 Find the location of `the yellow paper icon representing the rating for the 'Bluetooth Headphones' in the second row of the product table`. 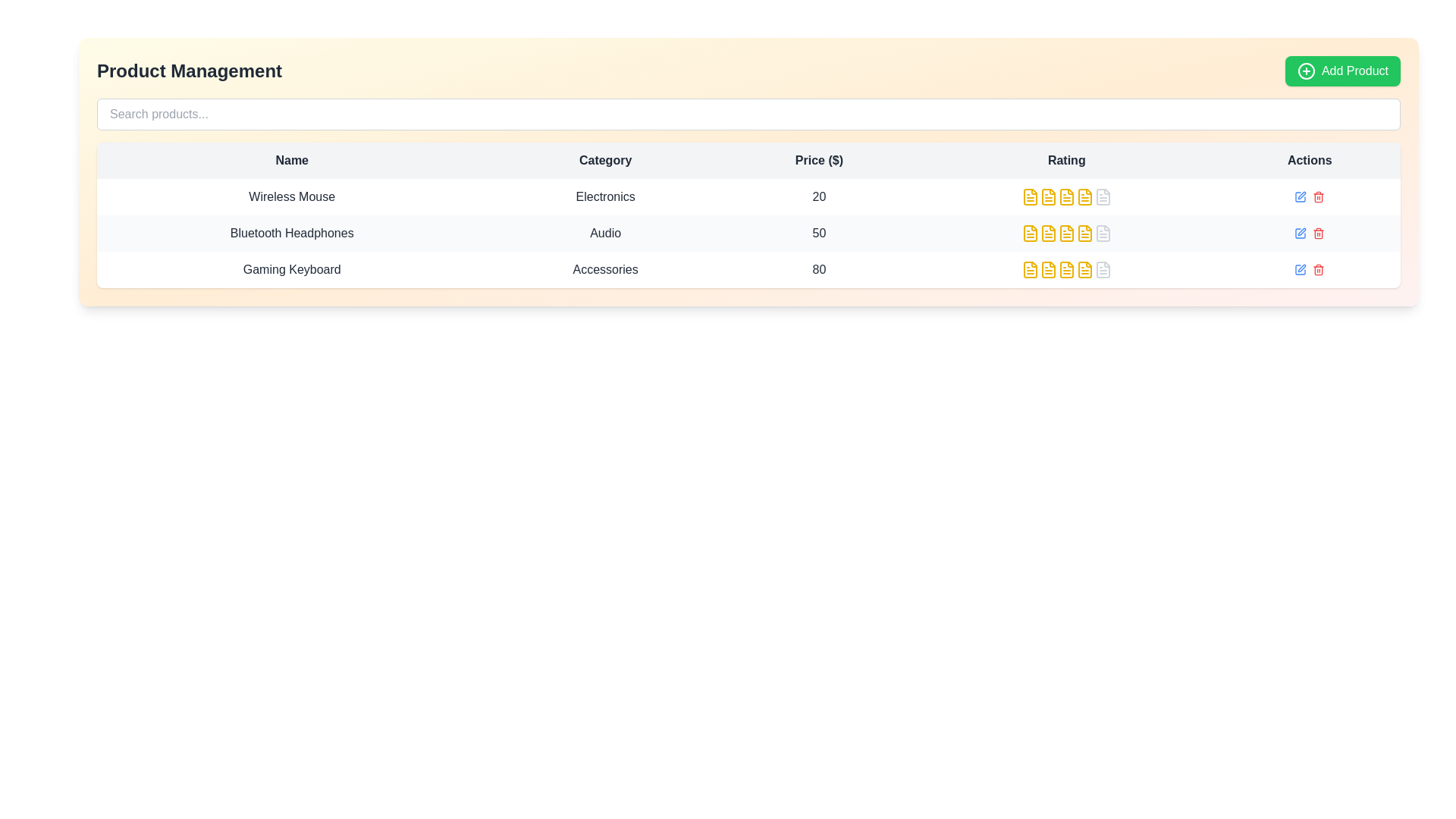

the yellow paper icon representing the rating for the 'Bluetooth Headphones' in the second row of the product table is located at coordinates (1030, 234).